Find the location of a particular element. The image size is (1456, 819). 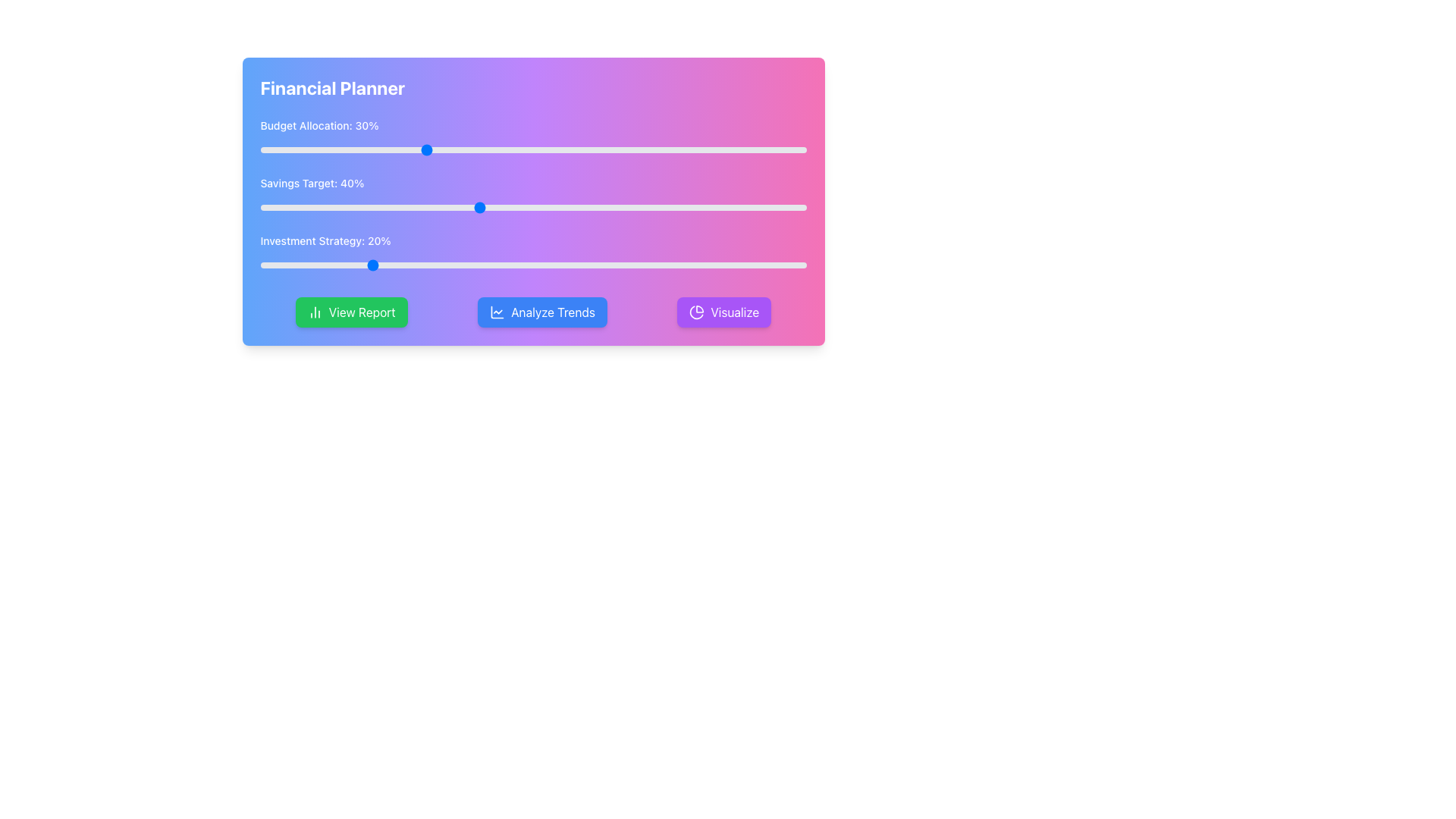

the Graphical Icon depicting a line chart, which is located within the 'Analyze Trends' button at the center coordinates is located at coordinates (497, 312).